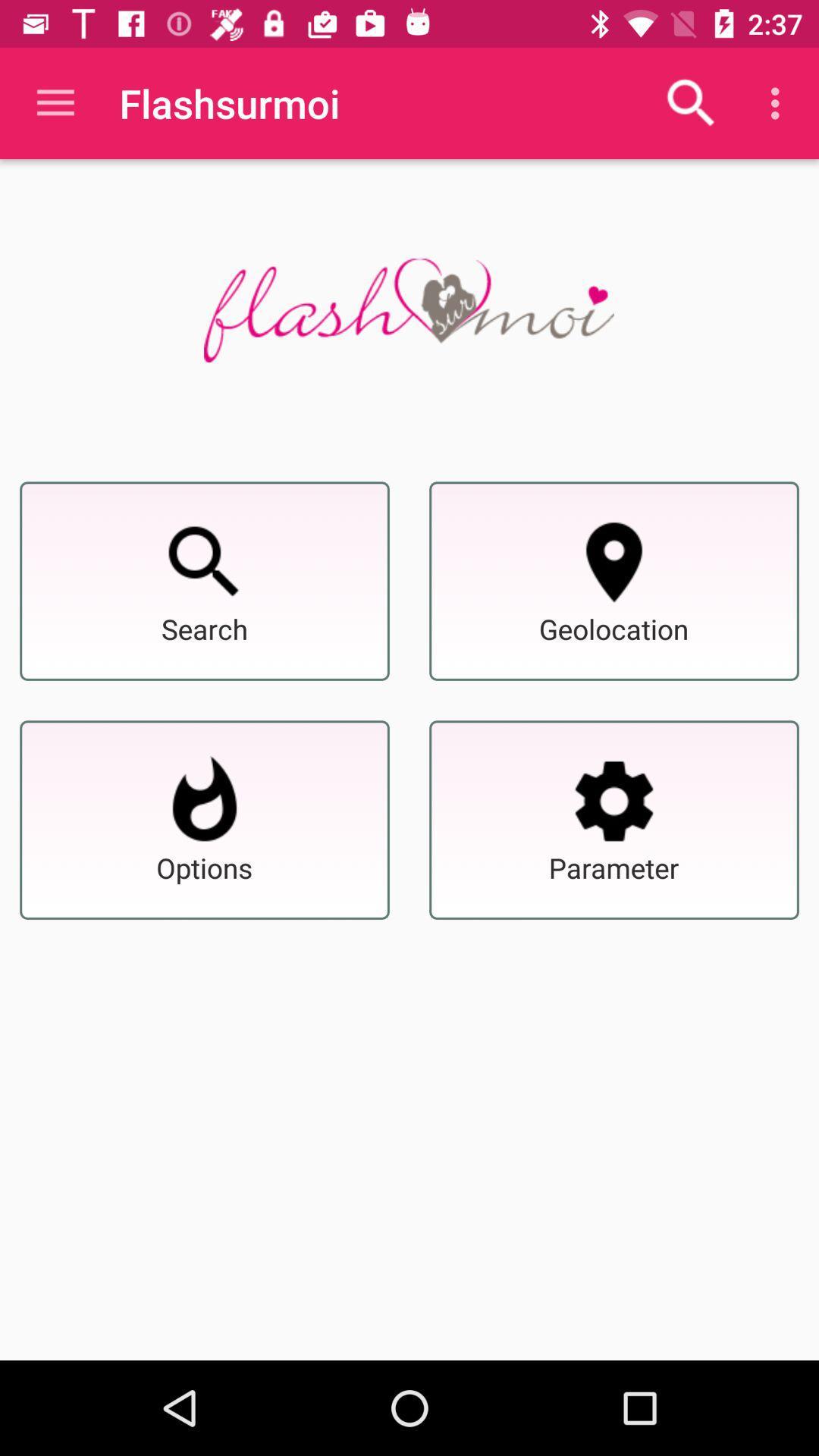 The width and height of the screenshot is (819, 1456). I want to click on show options, so click(205, 800).